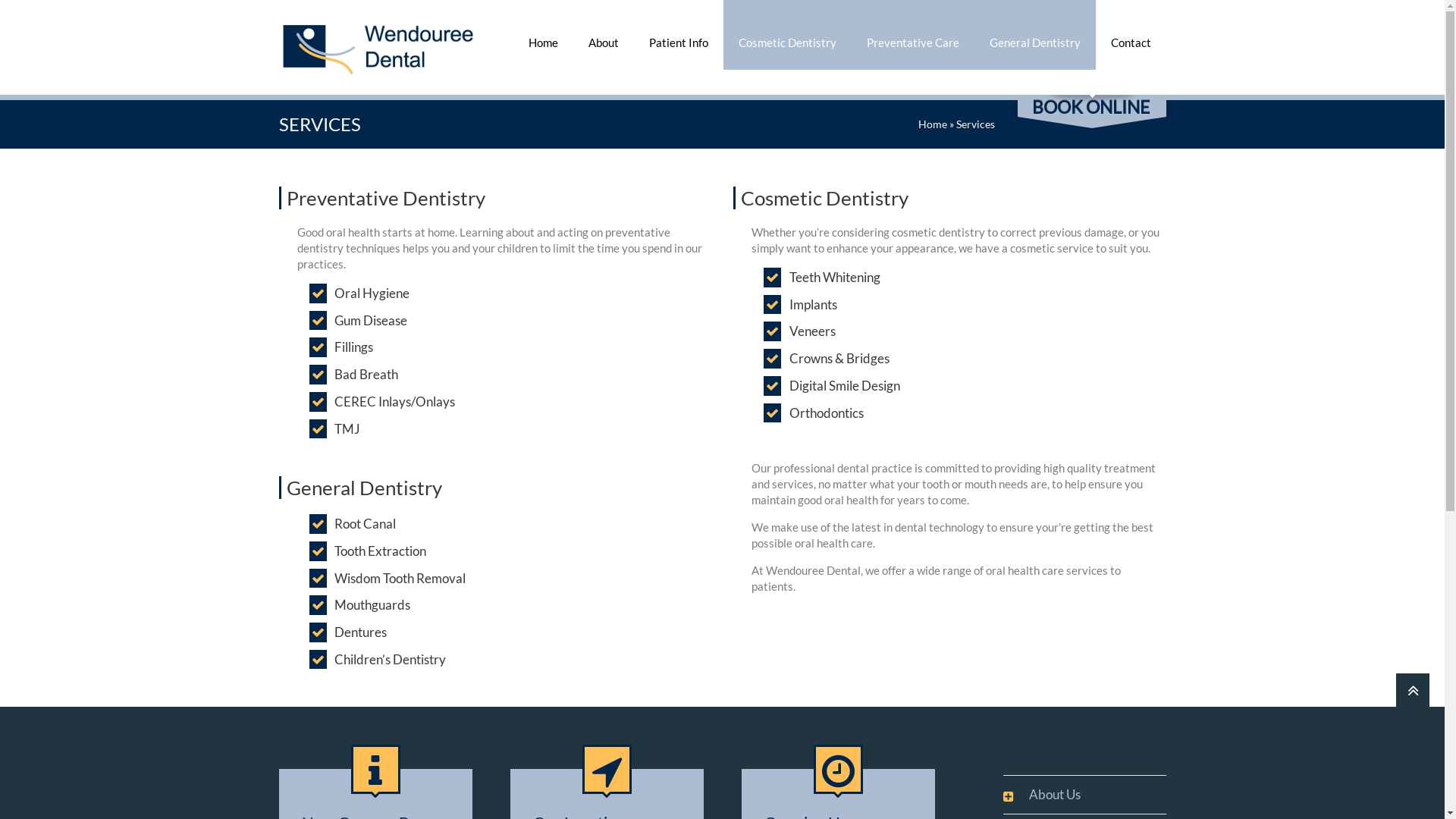 The width and height of the screenshot is (1456, 819). I want to click on 'Cosmetic Dentistry', so click(787, 34).